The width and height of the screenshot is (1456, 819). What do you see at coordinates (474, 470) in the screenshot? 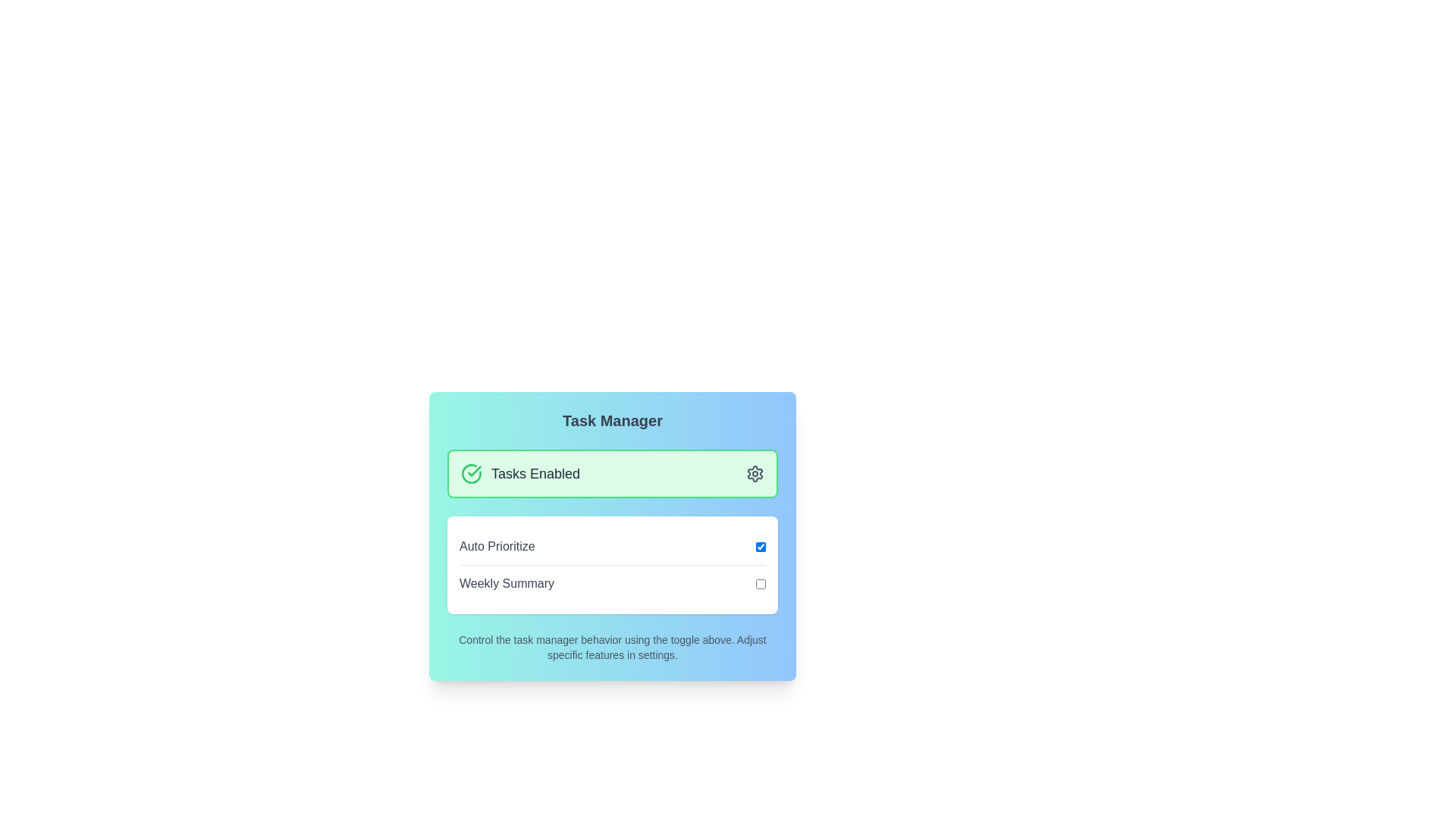
I see `the green checkmark icon, which is part of the success confirmation icon located in the top-left of the 'Tasks Enabled' section` at bounding box center [474, 470].